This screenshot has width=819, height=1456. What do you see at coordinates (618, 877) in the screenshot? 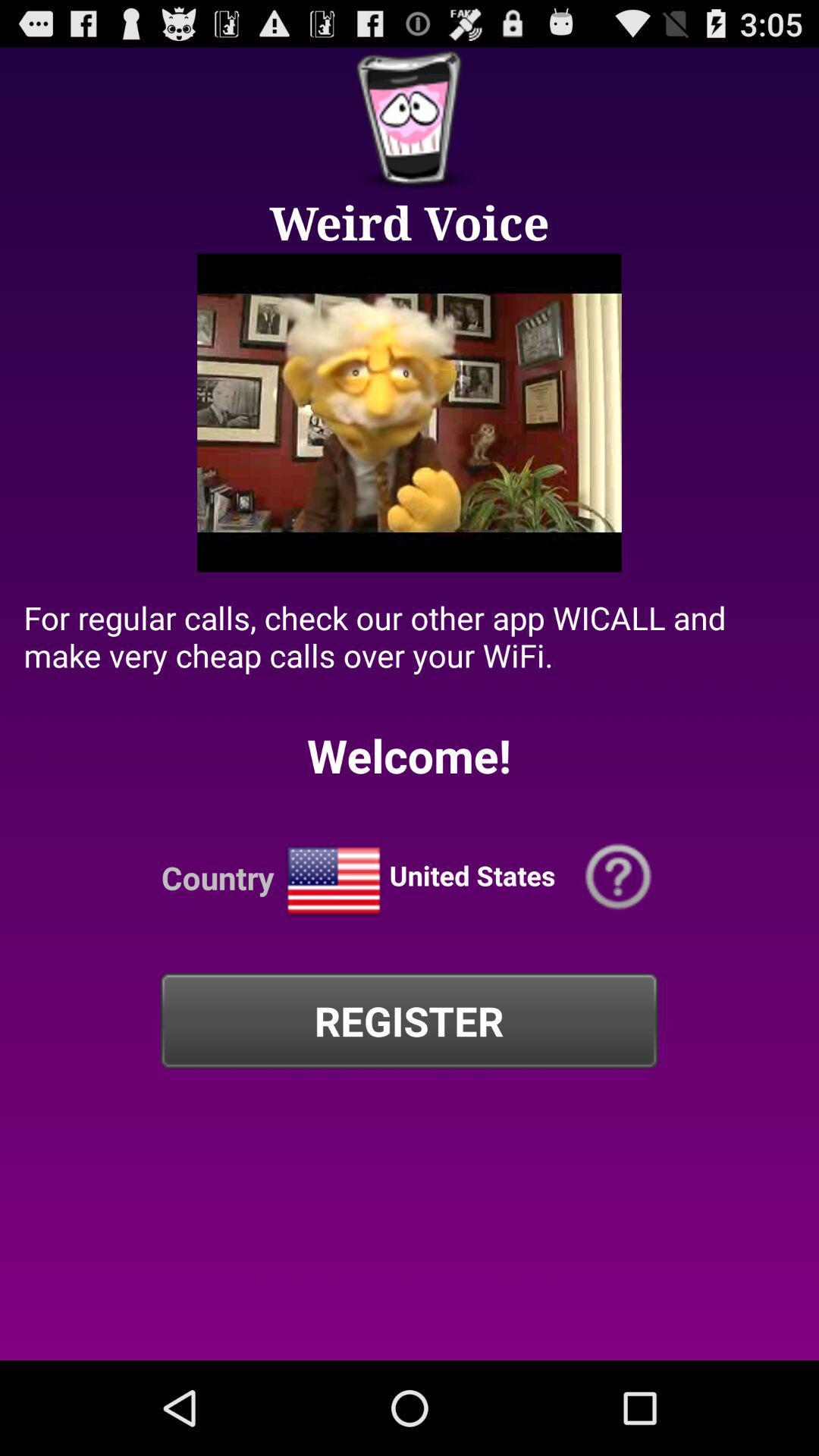
I see `help button` at bounding box center [618, 877].